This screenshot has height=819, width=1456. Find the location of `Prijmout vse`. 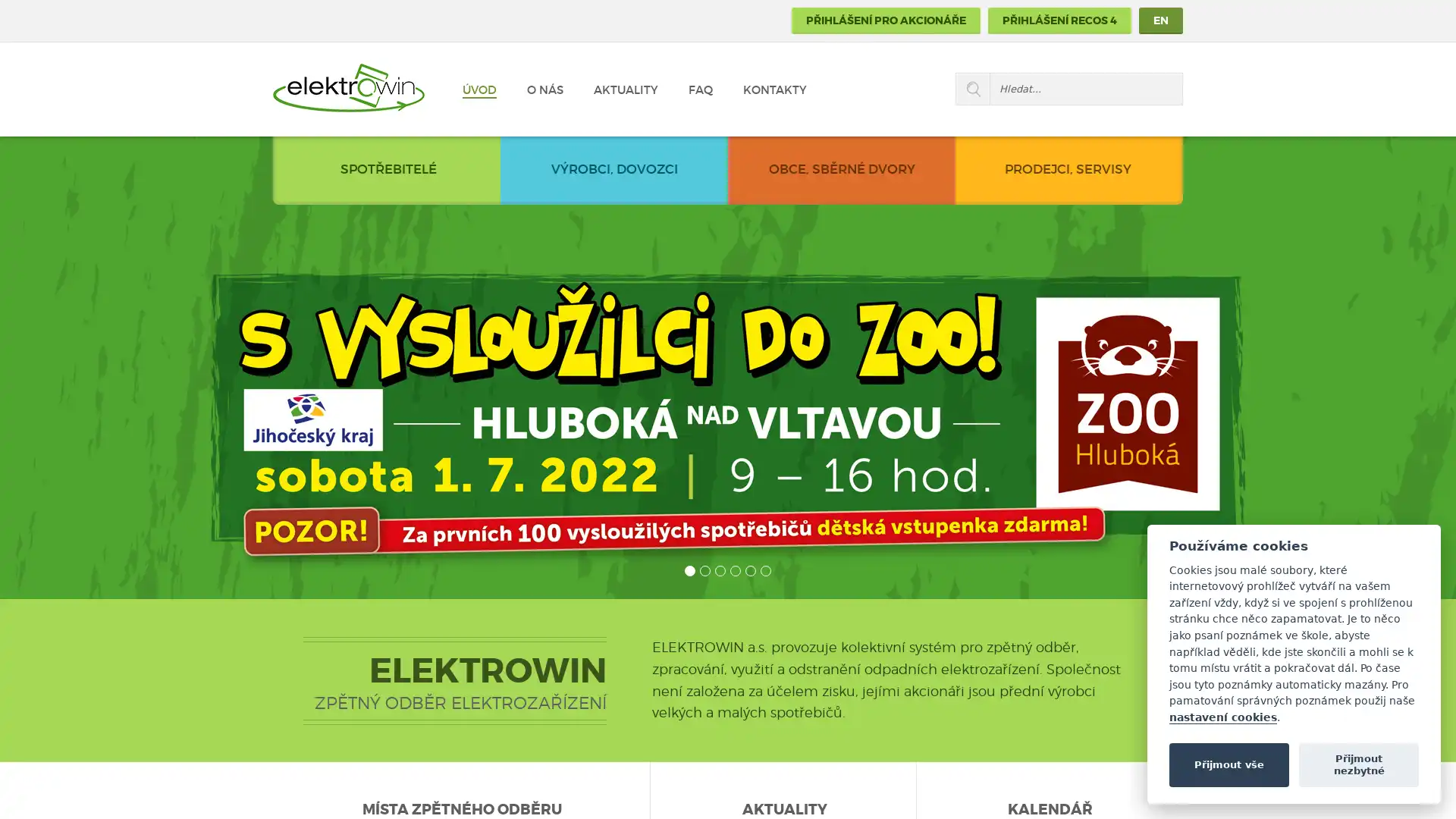

Prijmout vse is located at coordinates (1228, 764).